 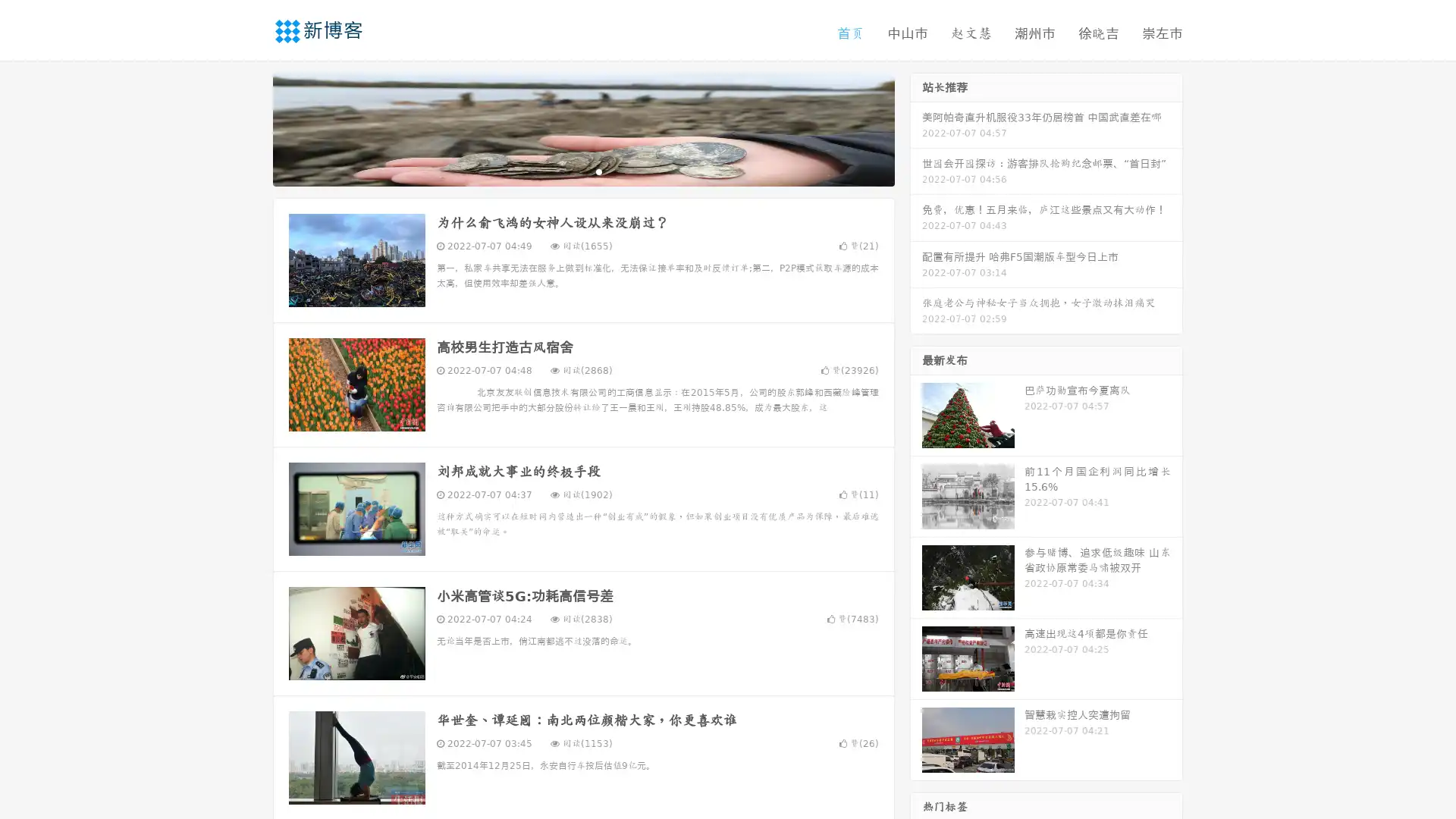 I want to click on Next slide, so click(x=916, y=127).